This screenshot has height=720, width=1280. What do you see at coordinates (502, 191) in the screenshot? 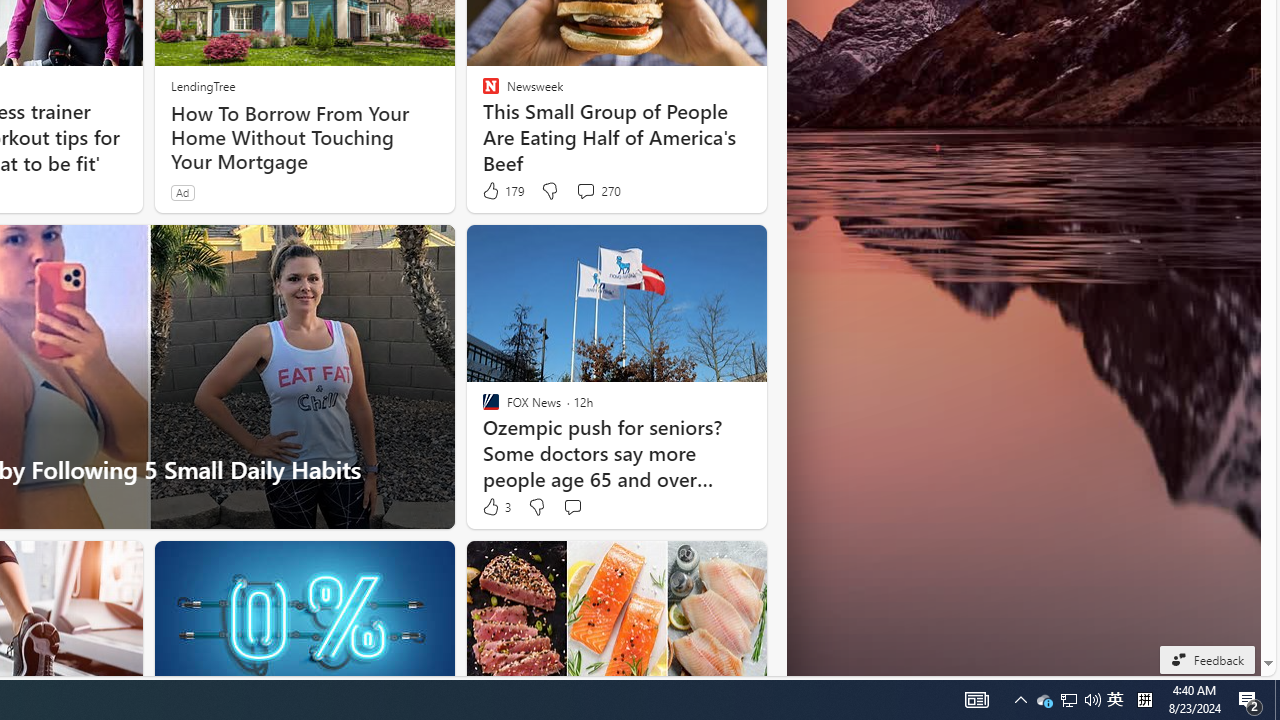
I see `'179 Like'` at bounding box center [502, 191].